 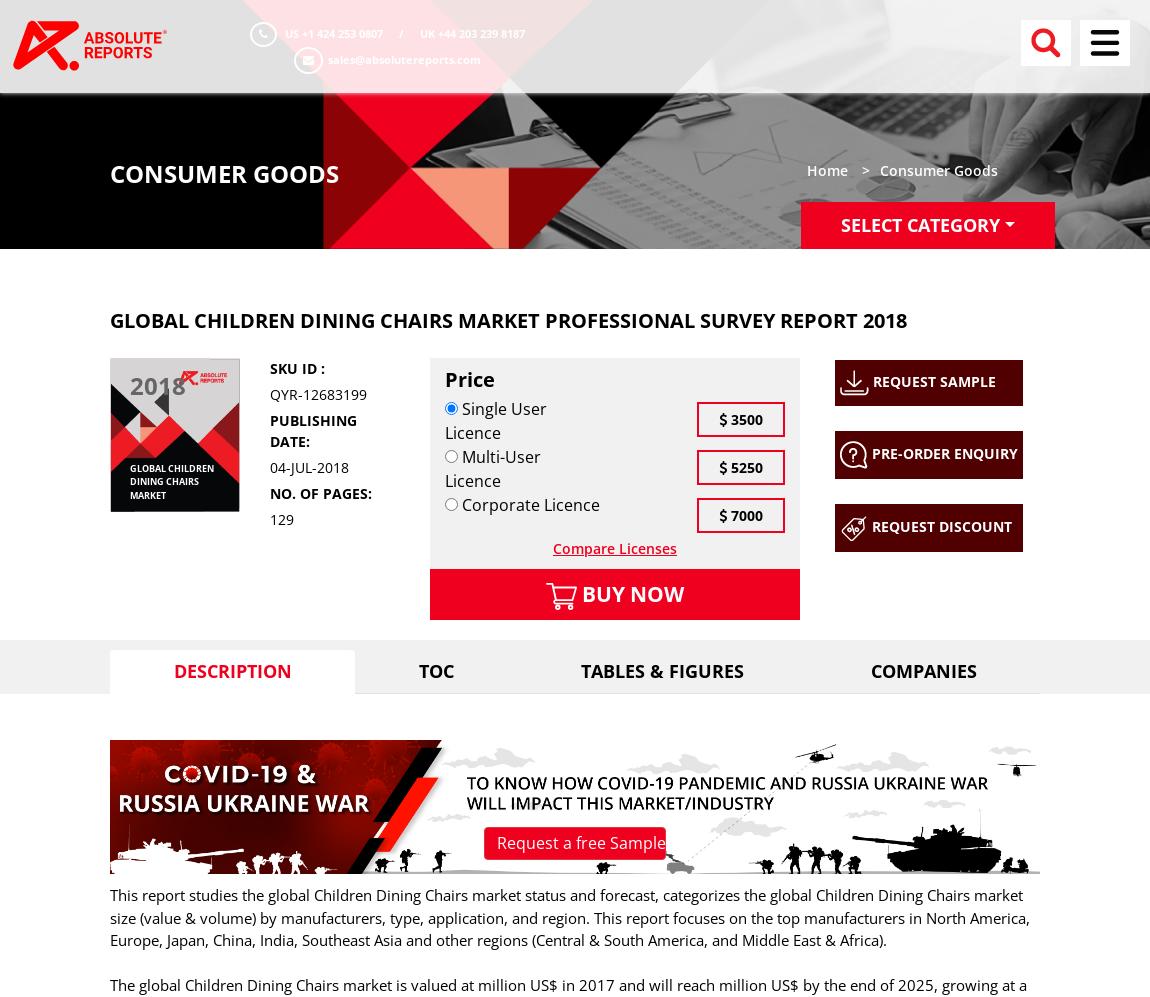 I want to click on 'Request Discount', so click(x=941, y=524).